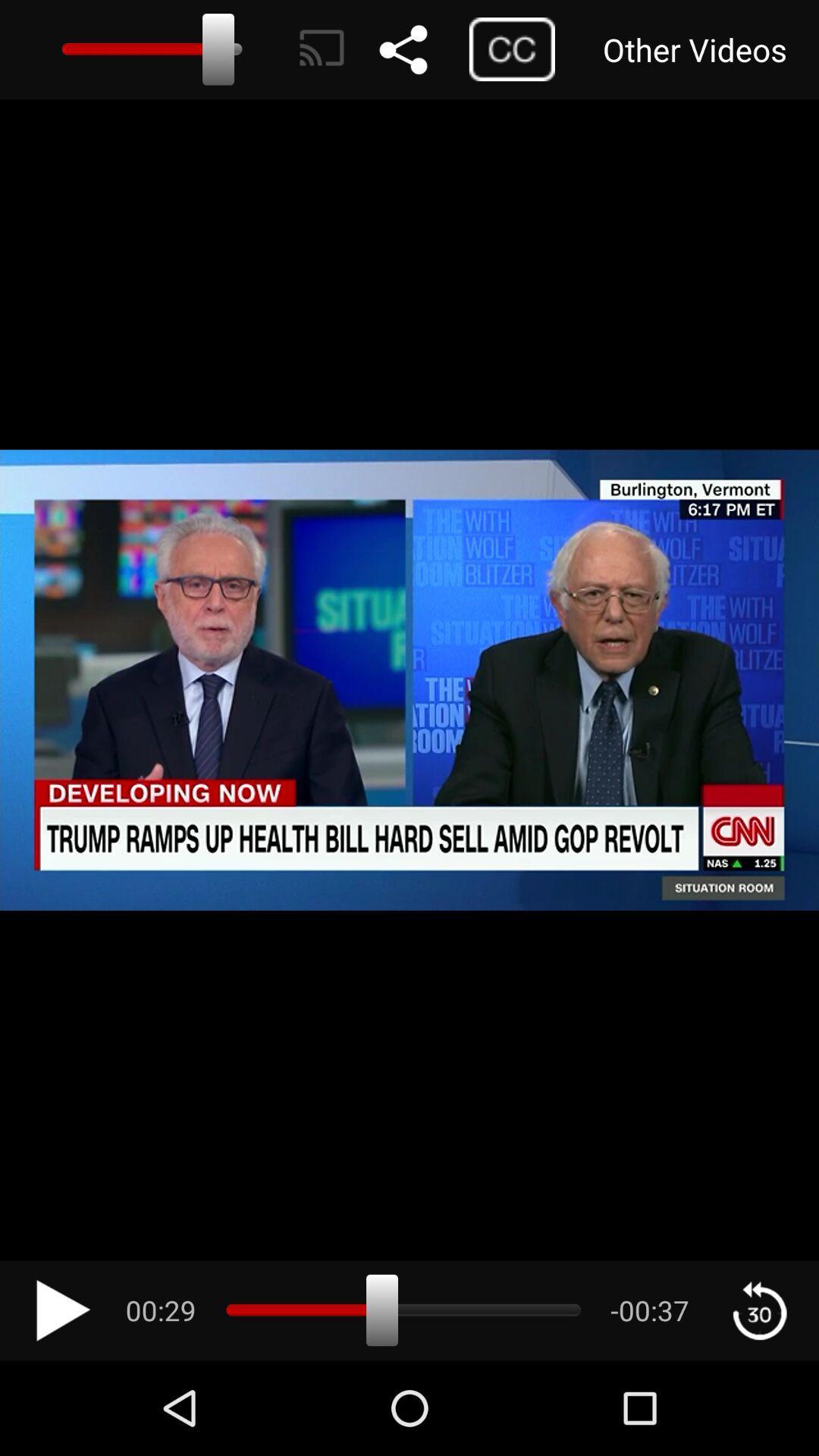 This screenshot has height=1456, width=819. Describe the element at coordinates (419, 49) in the screenshot. I see `the share icon` at that location.